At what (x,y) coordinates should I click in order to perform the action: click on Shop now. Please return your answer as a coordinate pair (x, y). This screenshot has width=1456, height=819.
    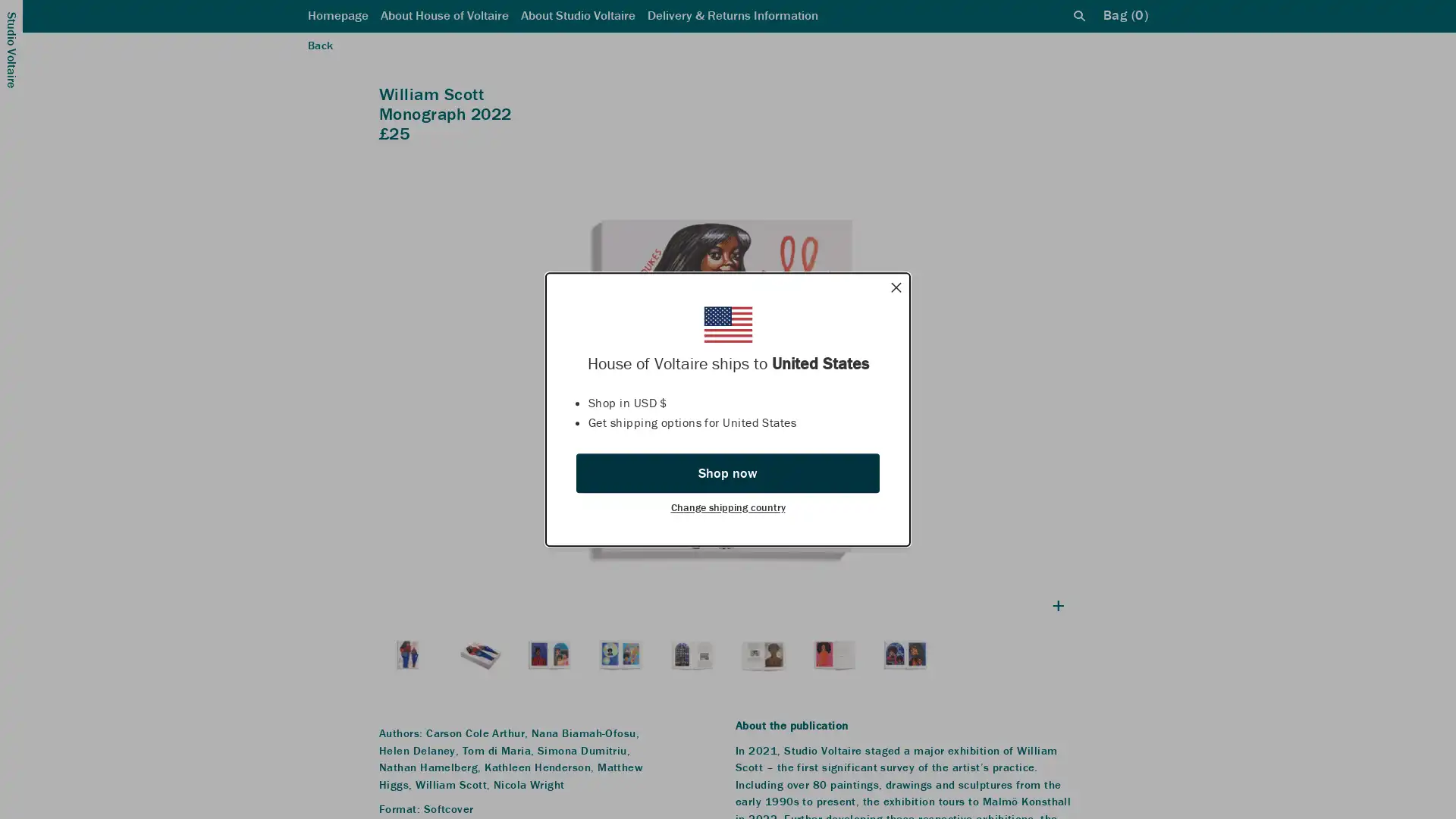
    Looking at the image, I should click on (728, 472).